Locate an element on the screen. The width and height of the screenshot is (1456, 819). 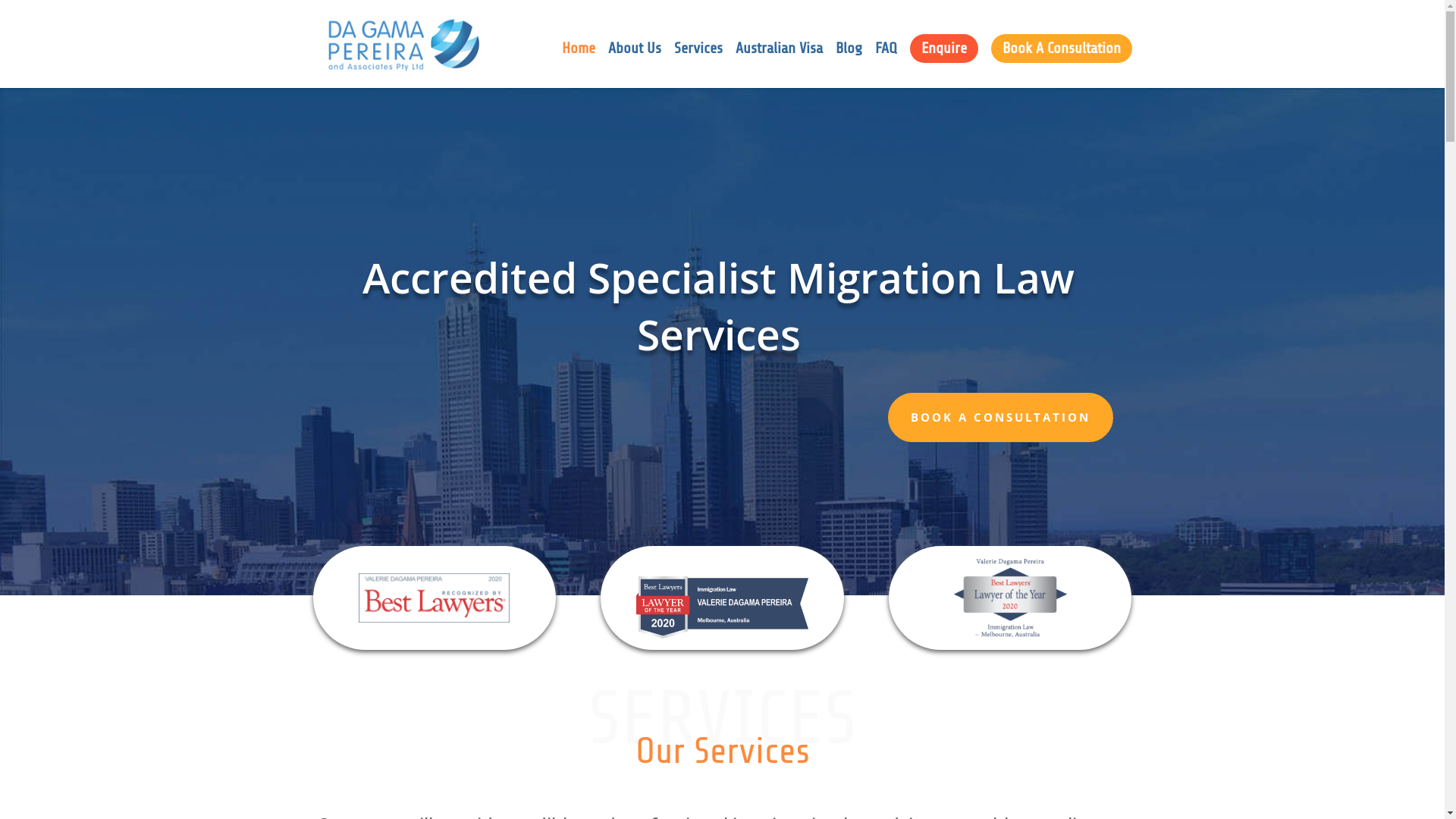
'Book A Consultation' is located at coordinates (1059, 48).